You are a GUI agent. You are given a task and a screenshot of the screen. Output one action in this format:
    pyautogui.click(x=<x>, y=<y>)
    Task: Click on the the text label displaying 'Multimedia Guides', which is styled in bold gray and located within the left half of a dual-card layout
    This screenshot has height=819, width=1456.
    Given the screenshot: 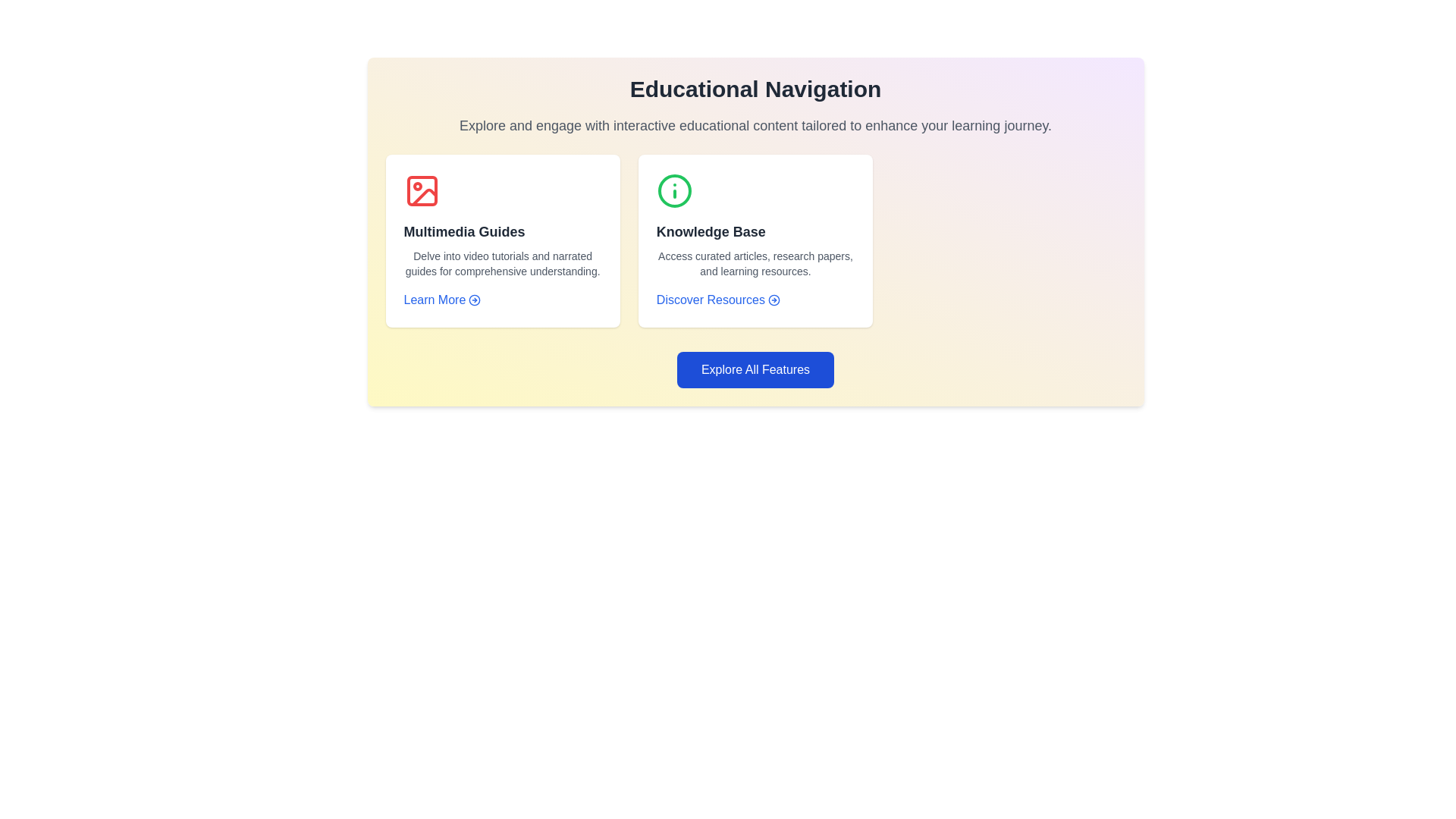 What is the action you would take?
    pyautogui.click(x=463, y=231)
    